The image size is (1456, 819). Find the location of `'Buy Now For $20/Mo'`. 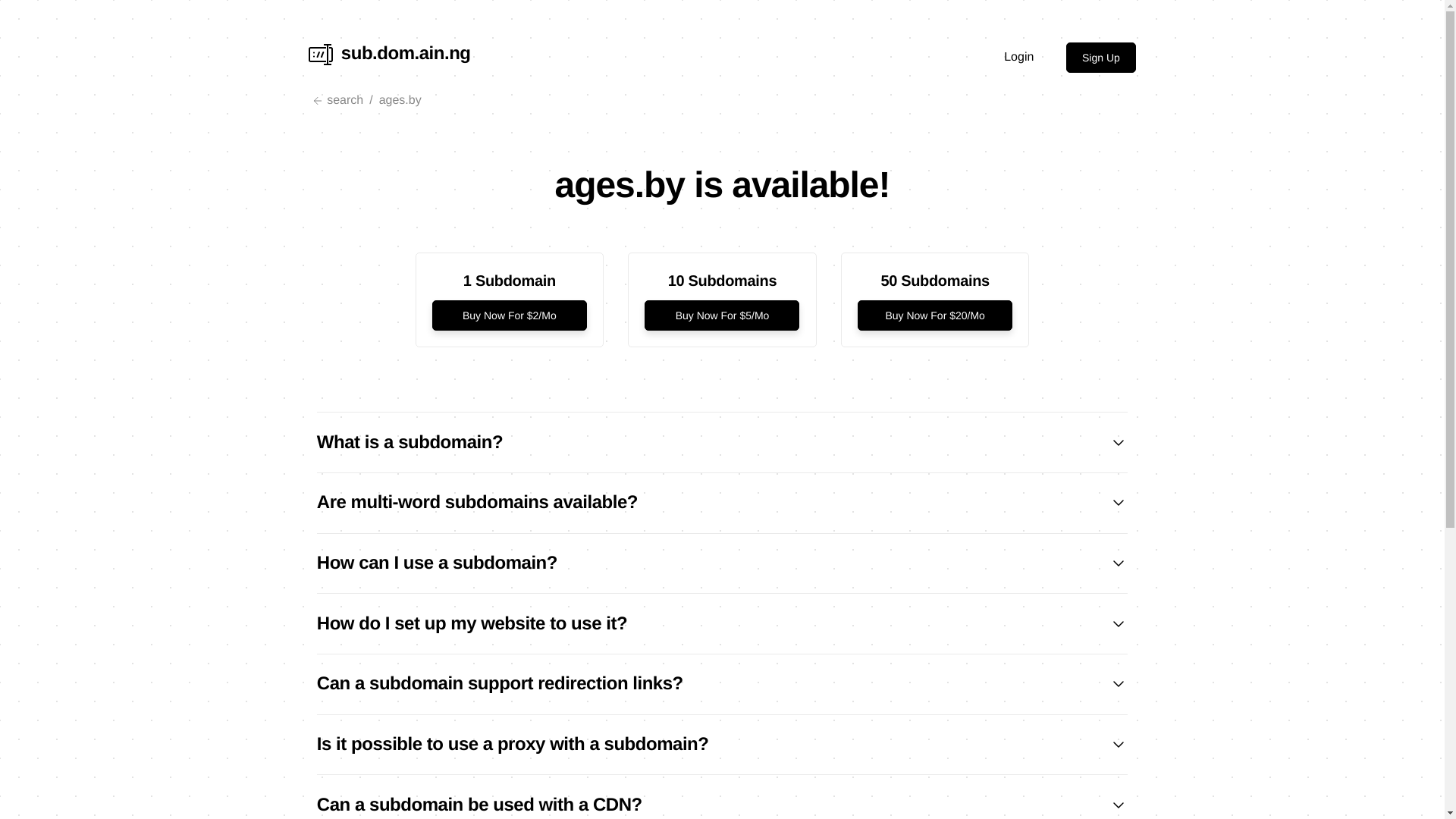

'Buy Now For $20/Mo' is located at coordinates (934, 315).